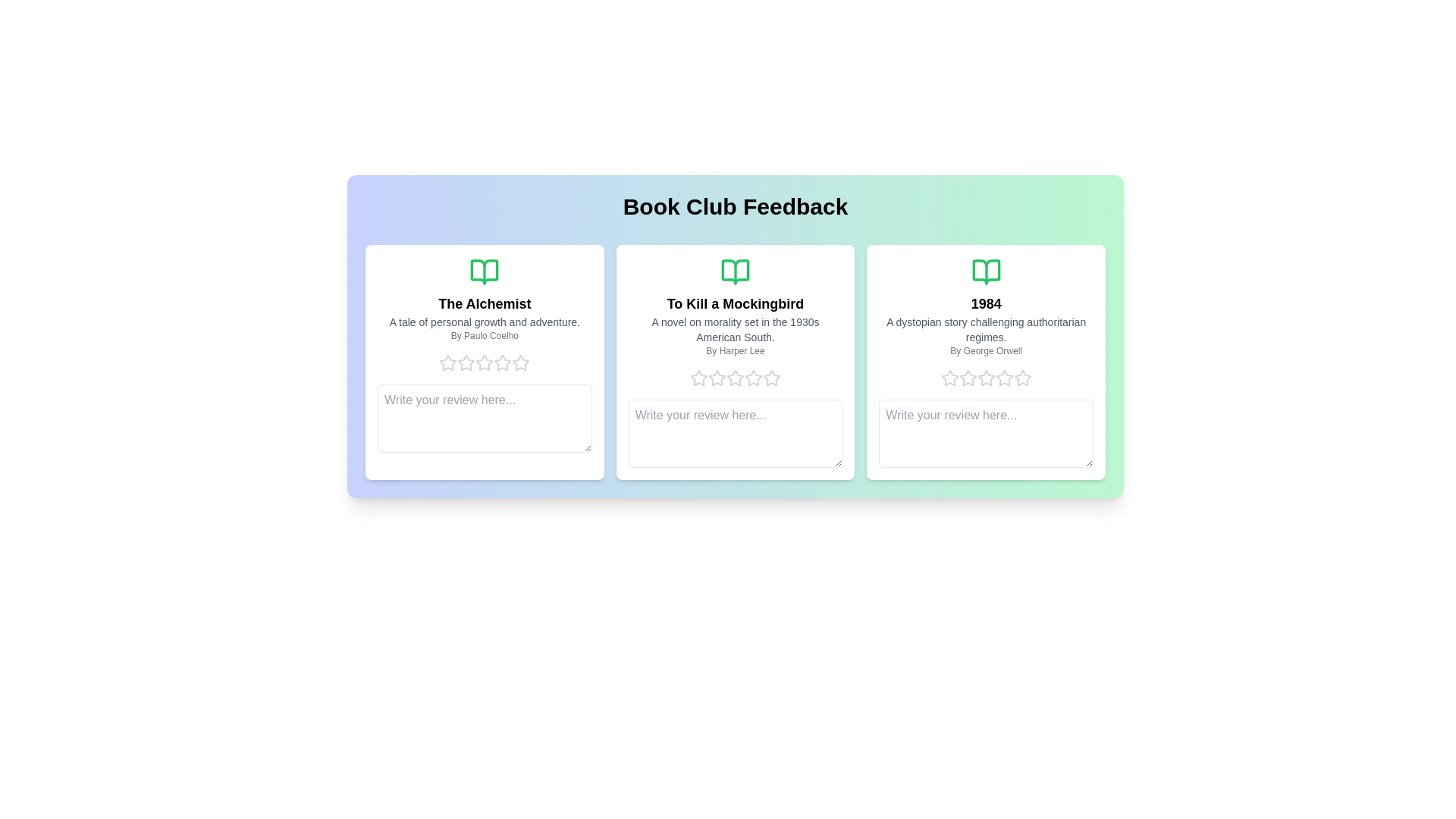  Describe the element at coordinates (735, 377) in the screenshot. I see `one of the rating stars in the 'Book Club Feedback' section for 'To Kill a Mockingbird'` at that location.